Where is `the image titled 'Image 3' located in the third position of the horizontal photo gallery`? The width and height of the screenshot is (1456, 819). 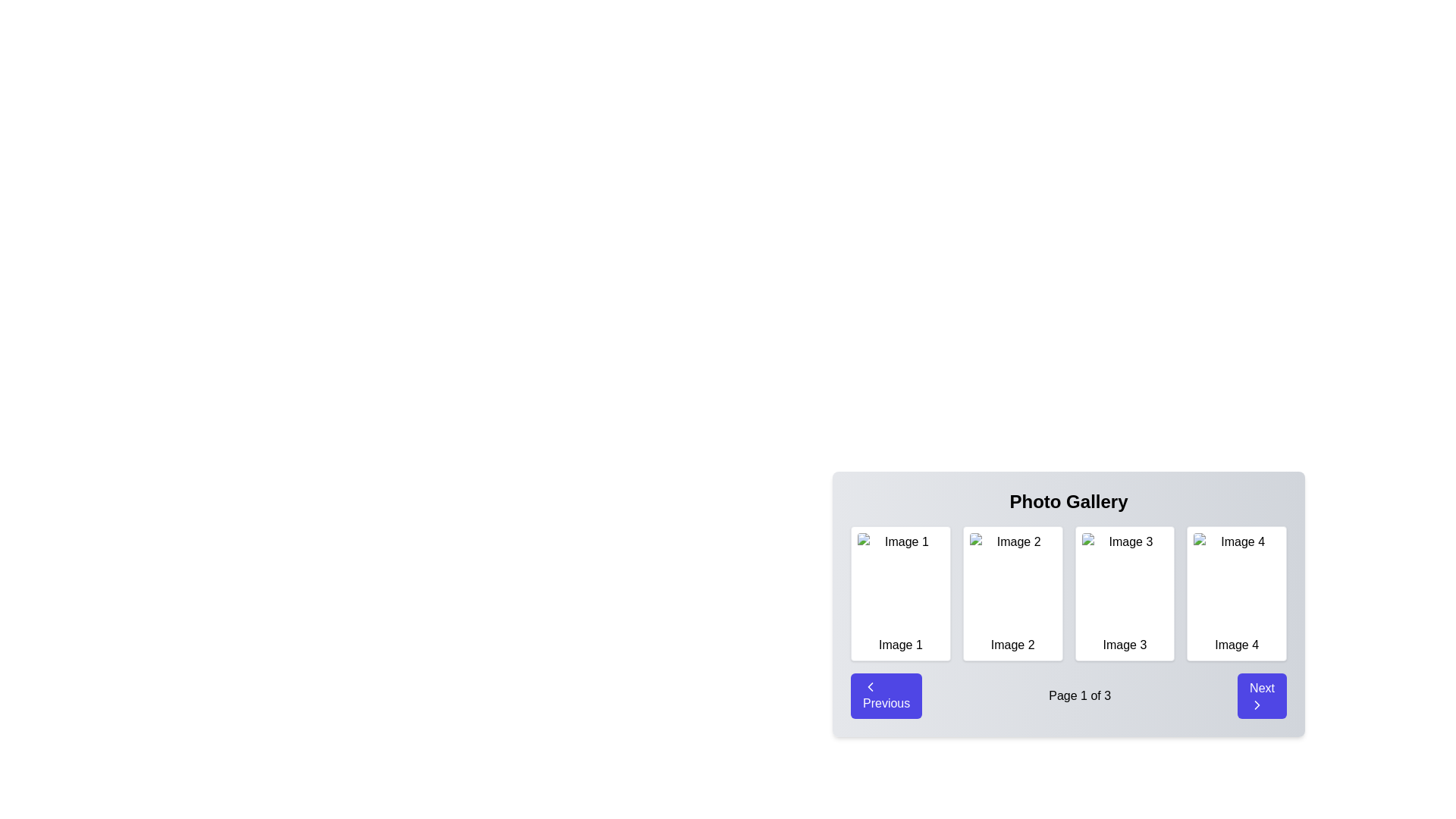 the image titled 'Image 3' located in the third position of the horizontal photo gallery is located at coordinates (1125, 581).